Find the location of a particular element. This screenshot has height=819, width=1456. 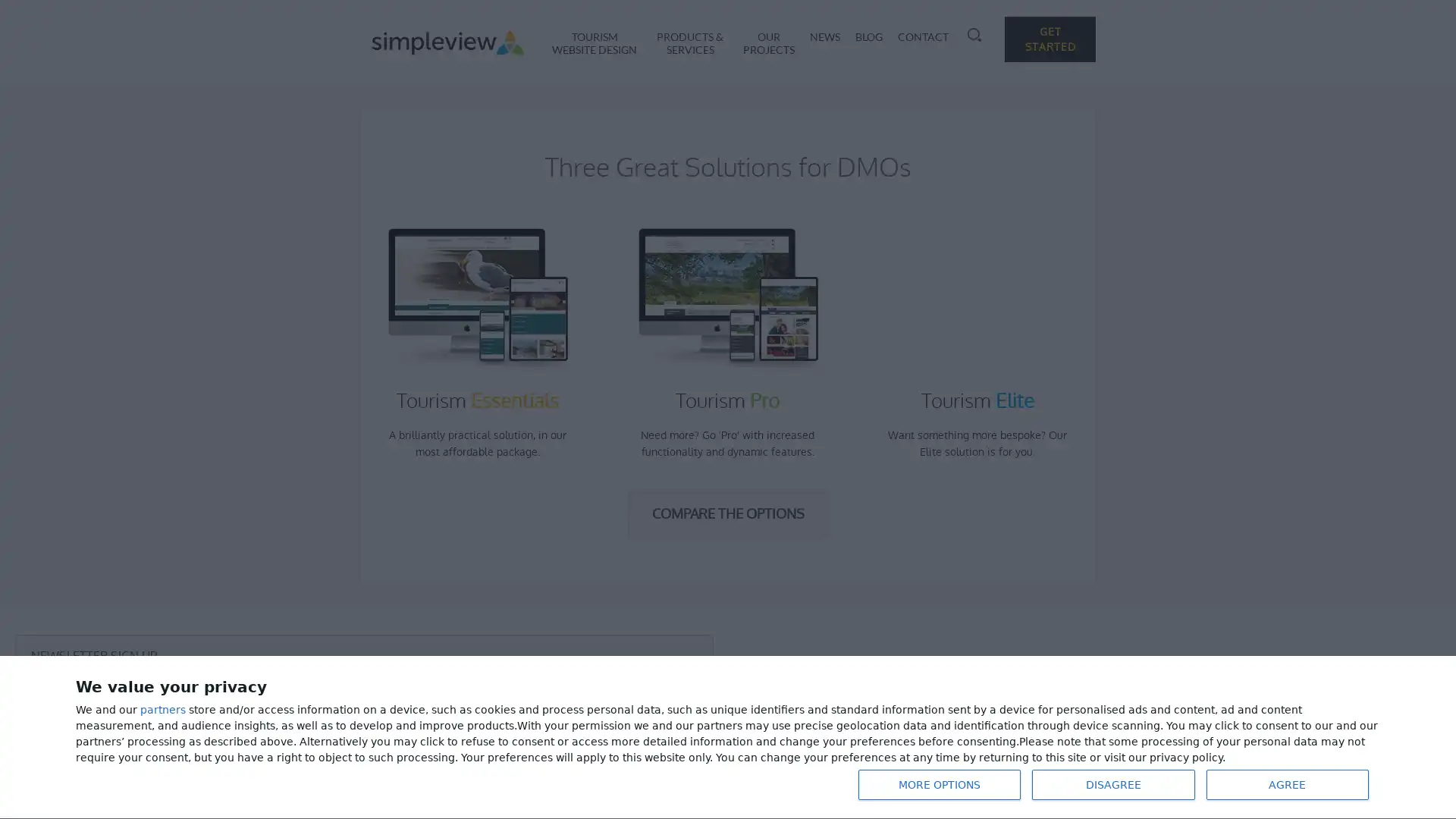

MORE OPTIONS is located at coordinates (938, 784).